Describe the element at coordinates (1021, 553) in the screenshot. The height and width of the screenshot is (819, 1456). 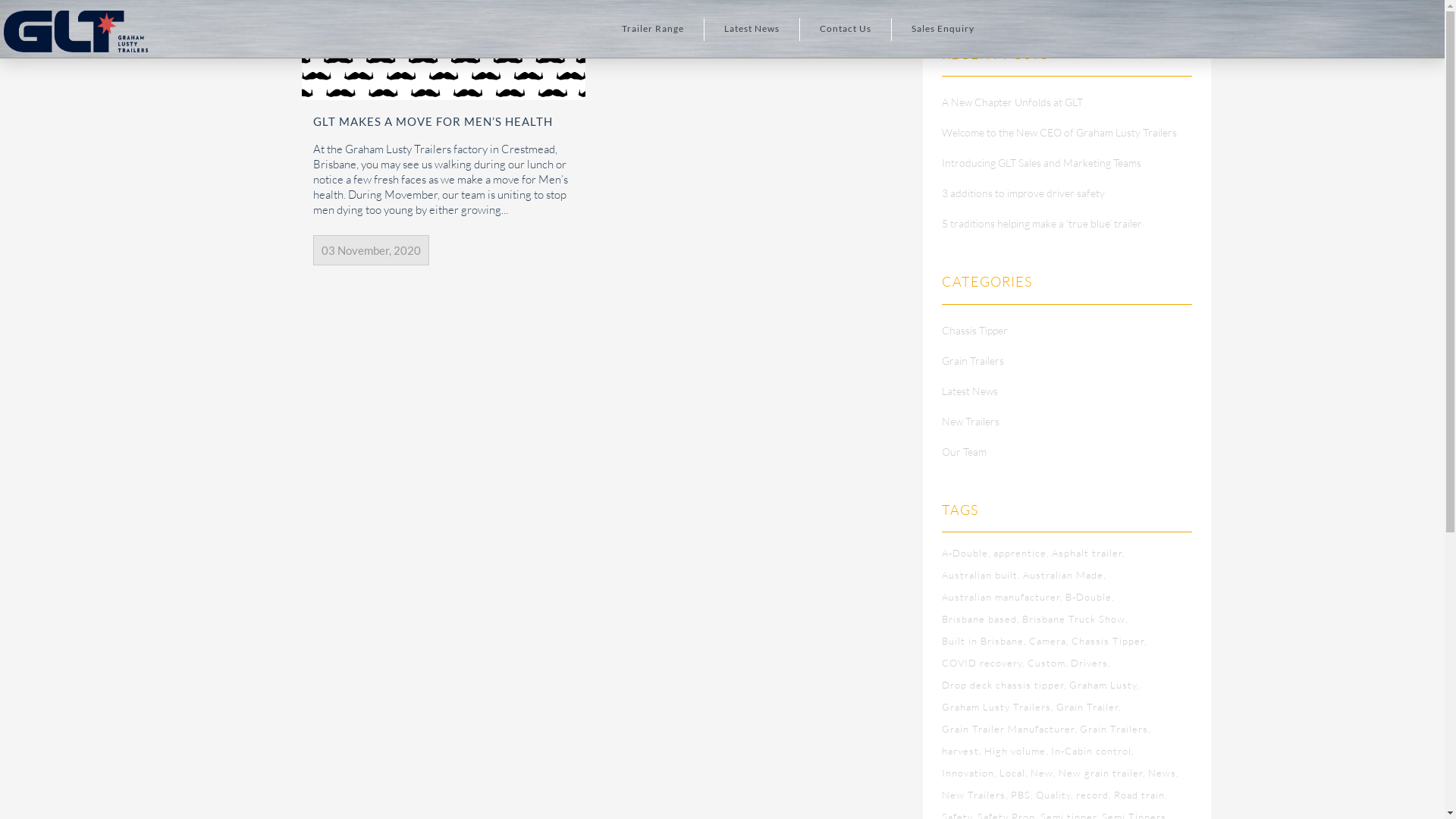
I see `'apprentice'` at that location.